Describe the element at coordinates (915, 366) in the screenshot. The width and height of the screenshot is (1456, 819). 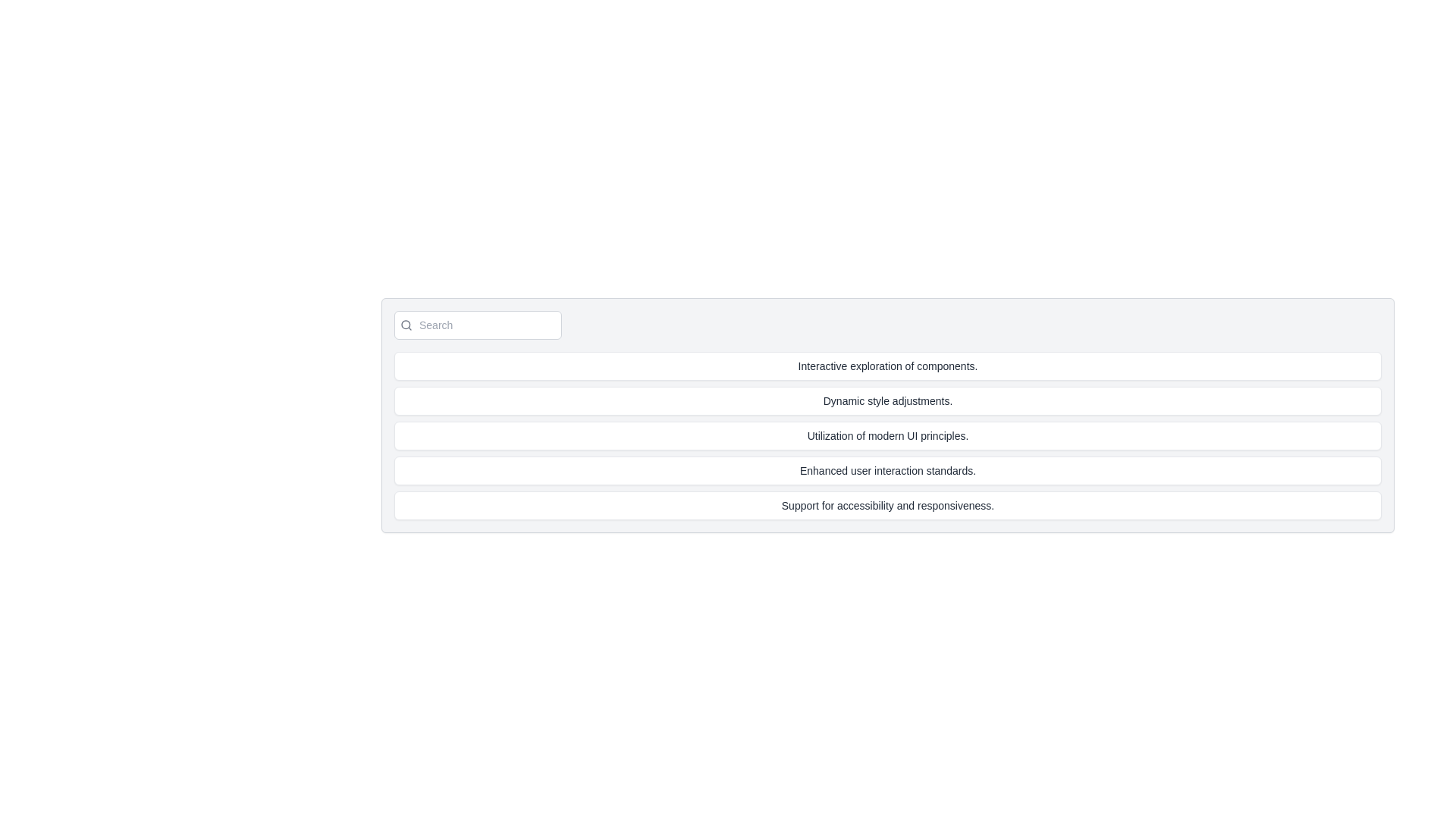
I see `the small blank space in the sentence 'Interactive exploration of components.' located after 'of' in the top-left section of the interface` at that location.